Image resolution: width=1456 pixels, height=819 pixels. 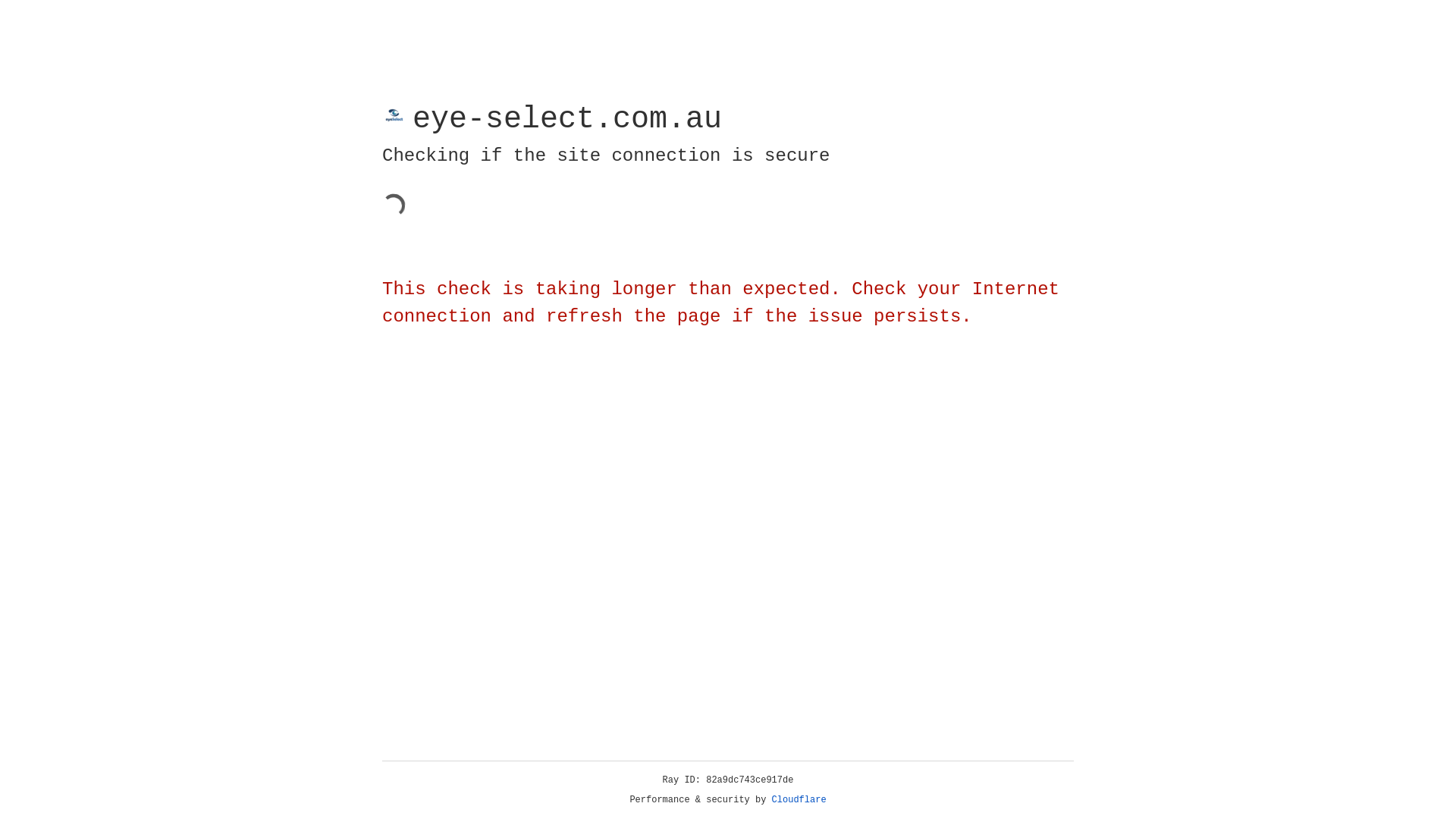 I want to click on 'Cloudflare', so click(x=799, y=799).